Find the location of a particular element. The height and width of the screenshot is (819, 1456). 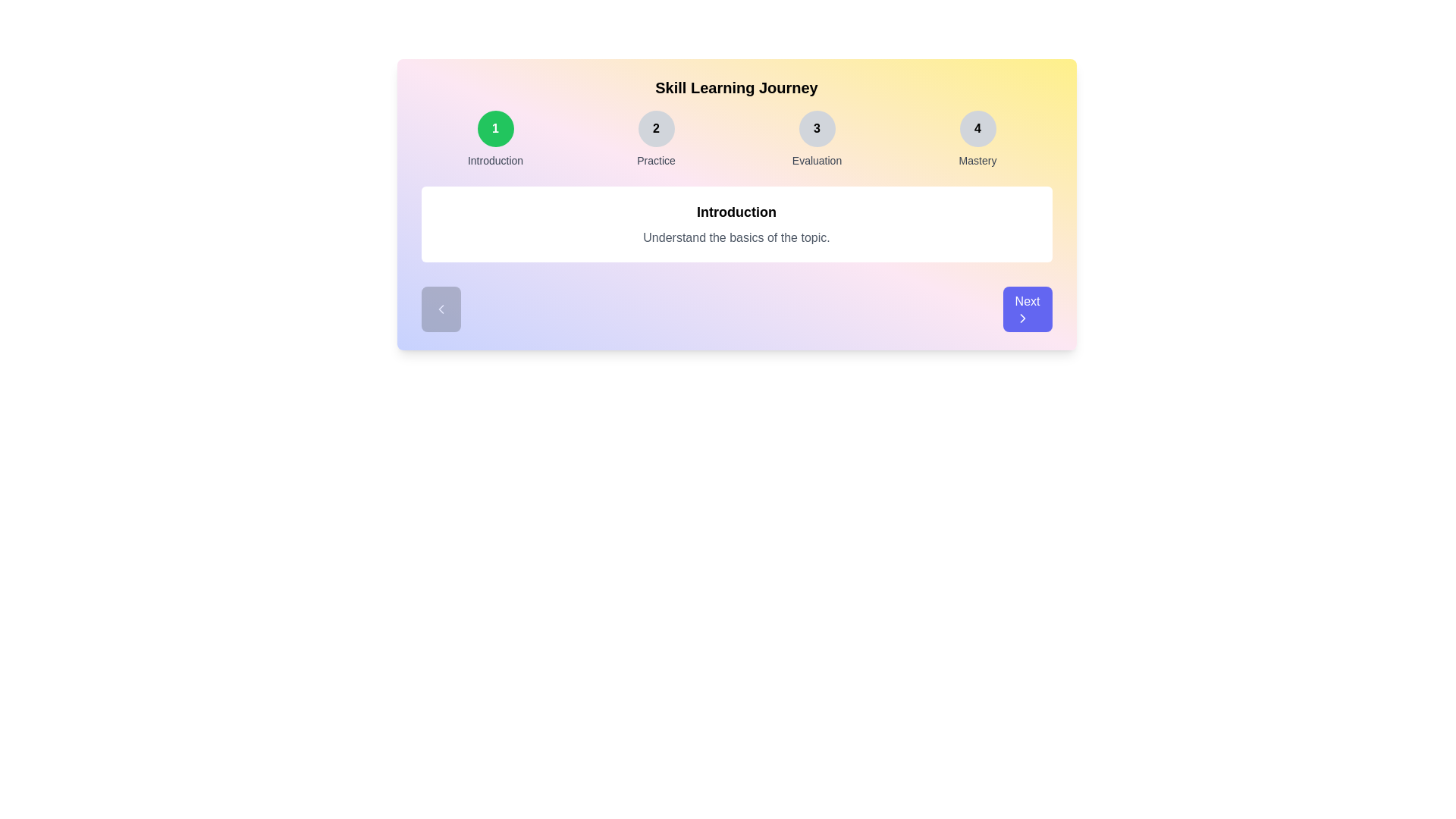

the 'Next' button to navigate to the next step is located at coordinates (1027, 309).